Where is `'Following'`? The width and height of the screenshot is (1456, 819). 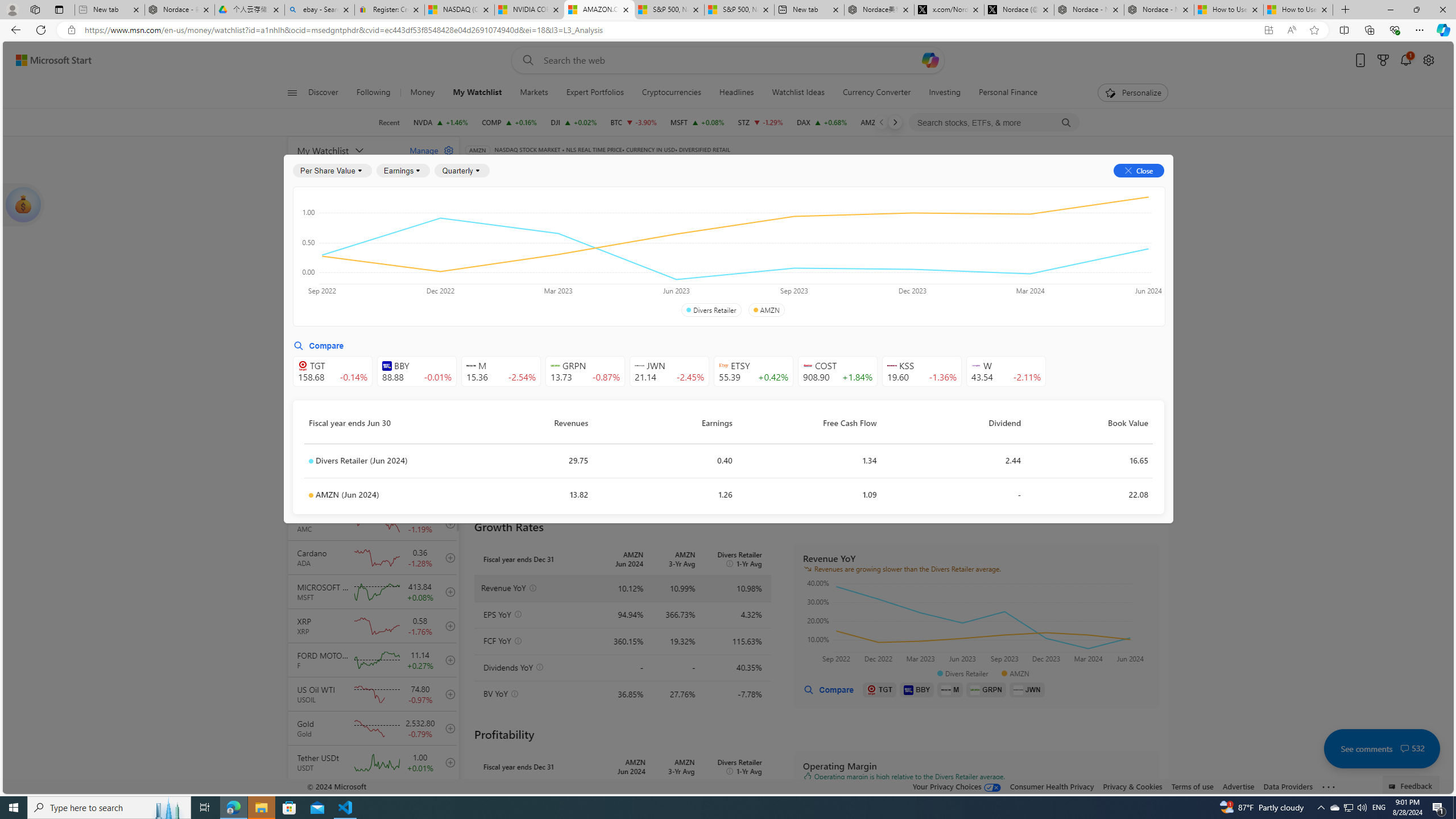
'Following' is located at coordinates (373, 92).